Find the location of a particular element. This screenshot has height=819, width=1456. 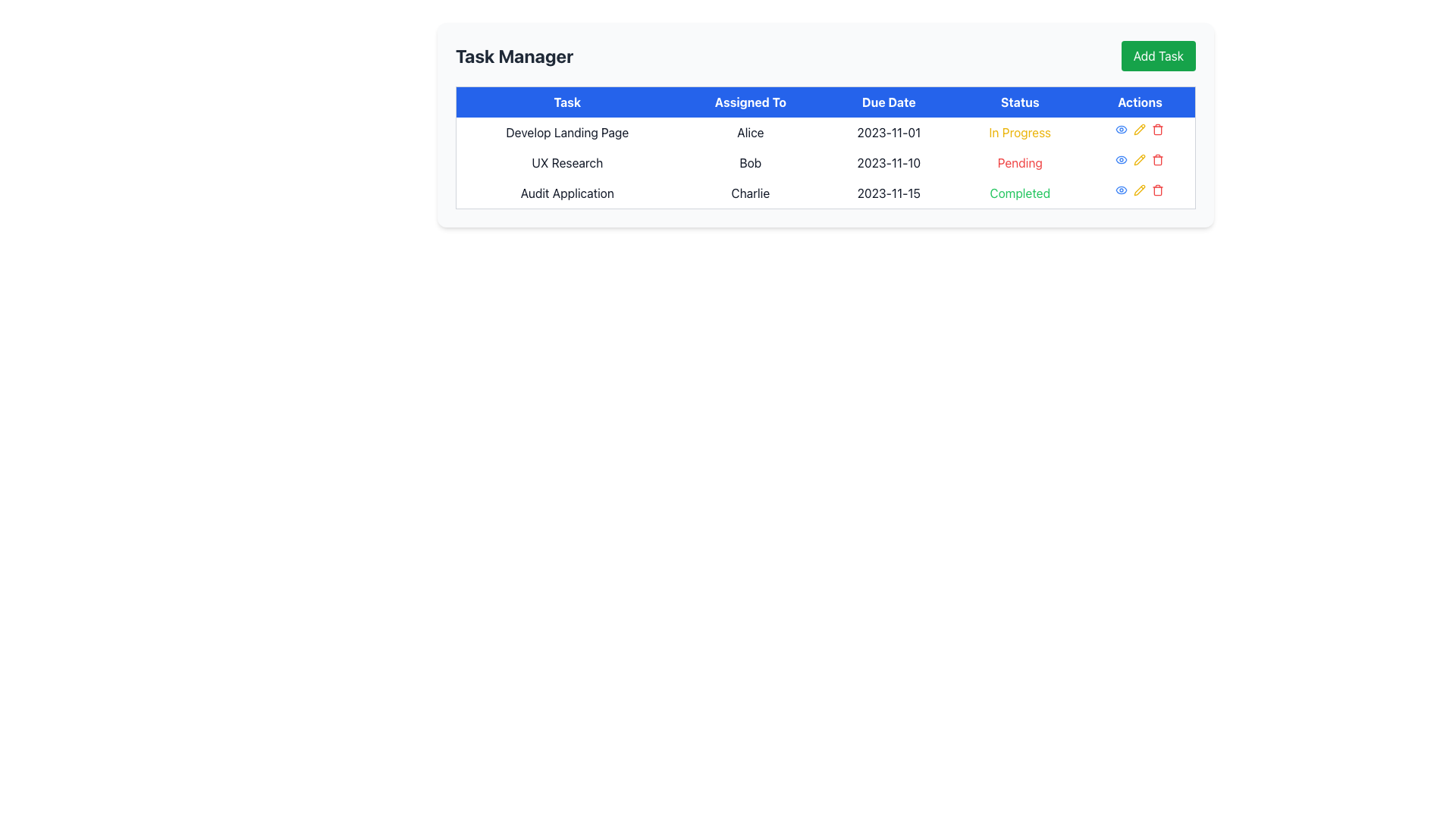

the edit button icon in the 'Actions' column for the 'Develop Landing Page' task is located at coordinates (1140, 128).